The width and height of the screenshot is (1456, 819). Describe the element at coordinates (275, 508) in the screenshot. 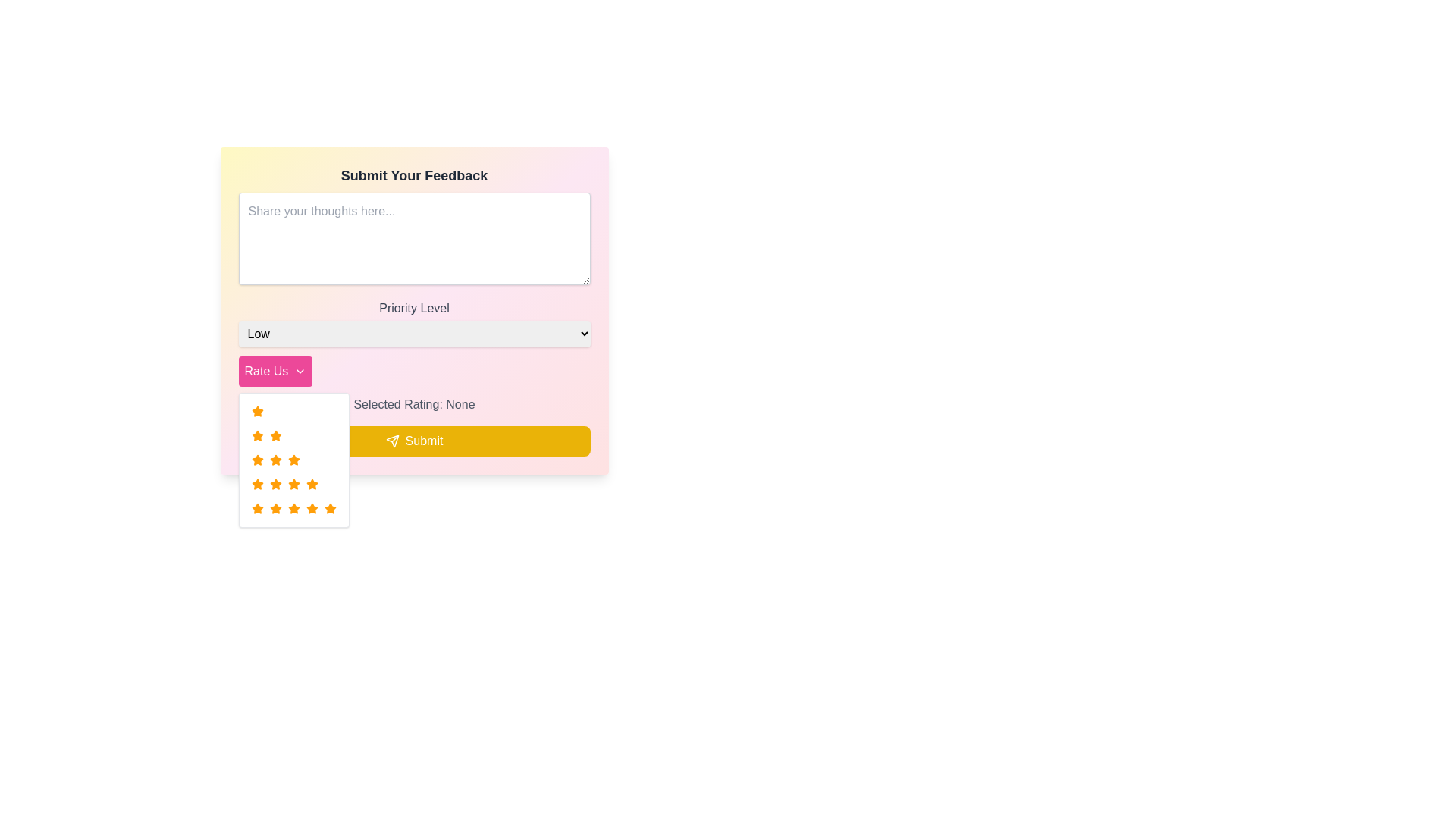

I see `the star icon in the fourth row and fourth column of the rating system` at that location.